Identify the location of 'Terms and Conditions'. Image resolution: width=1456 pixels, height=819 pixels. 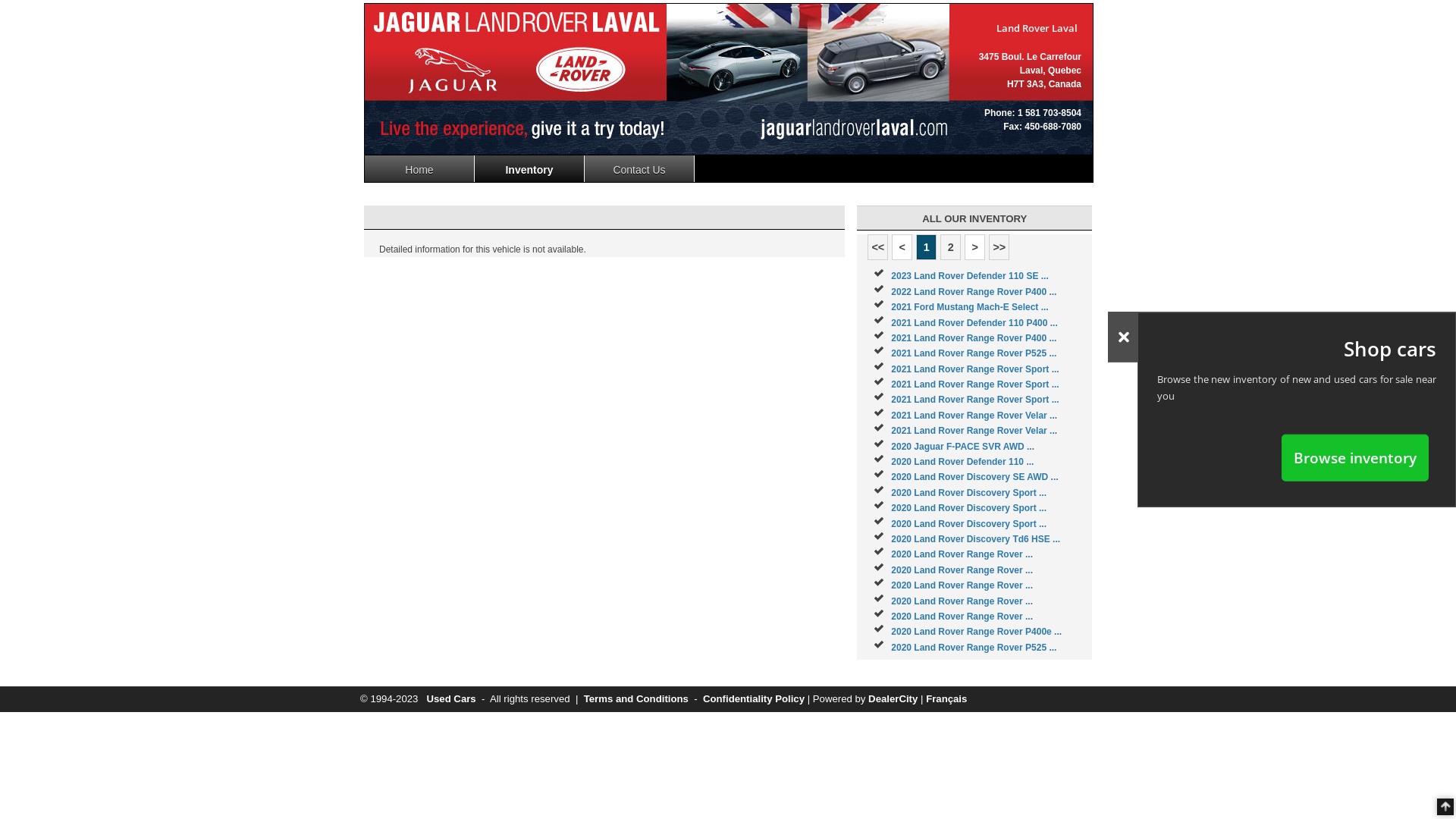
(636, 698).